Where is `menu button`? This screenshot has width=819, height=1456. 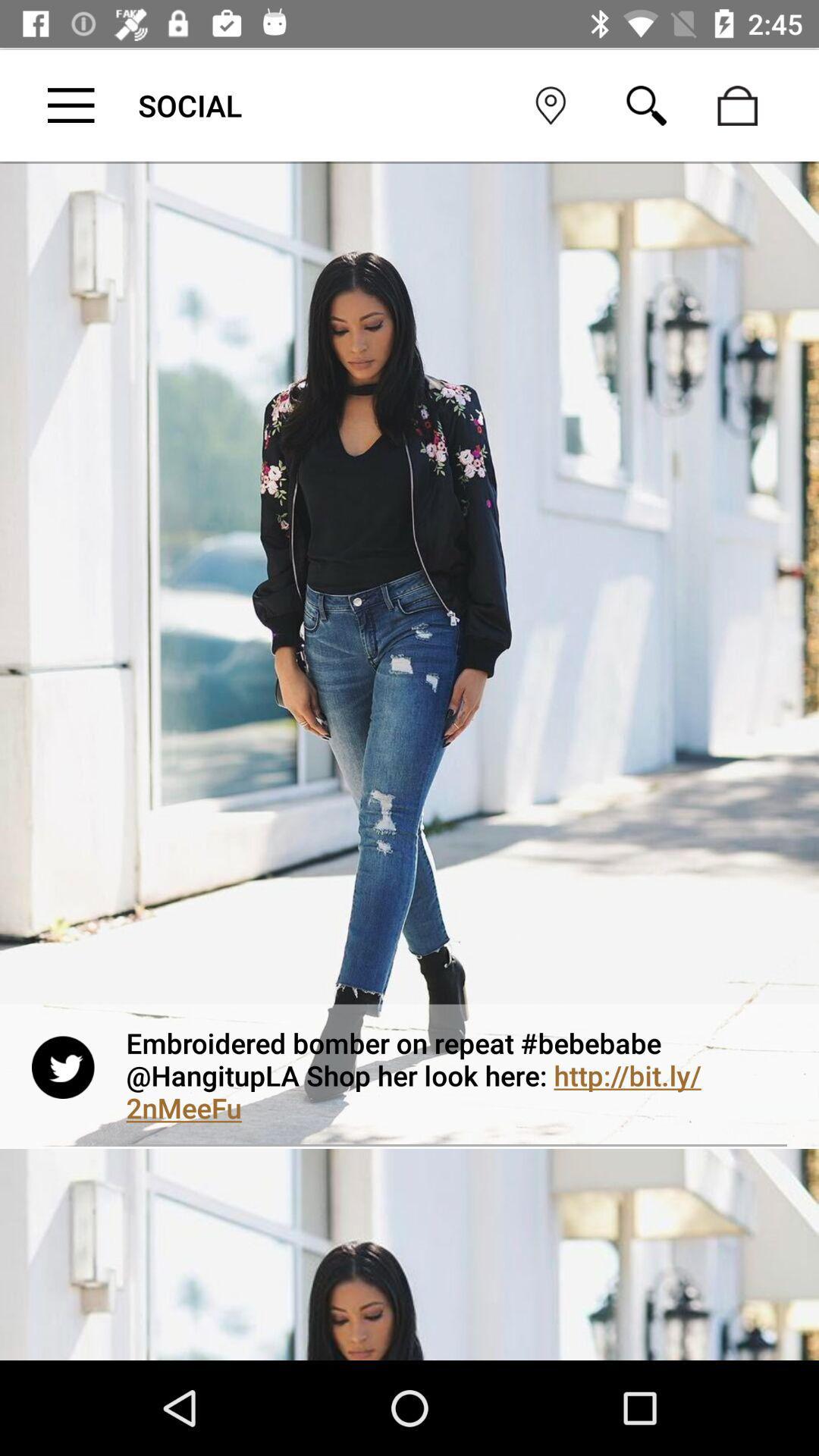
menu button is located at coordinates (71, 105).